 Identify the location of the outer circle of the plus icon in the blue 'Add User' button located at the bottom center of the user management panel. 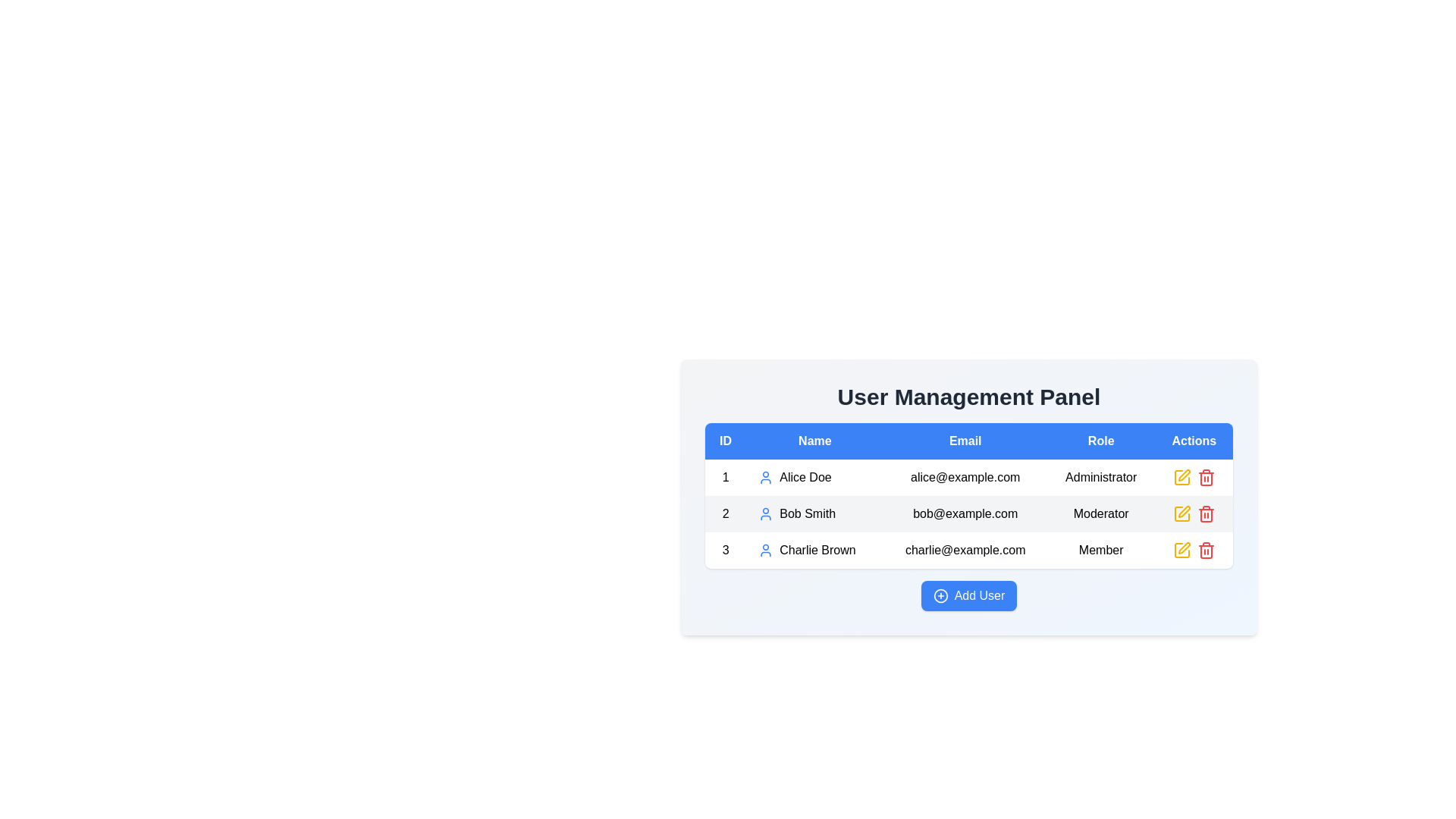
(940, 595).